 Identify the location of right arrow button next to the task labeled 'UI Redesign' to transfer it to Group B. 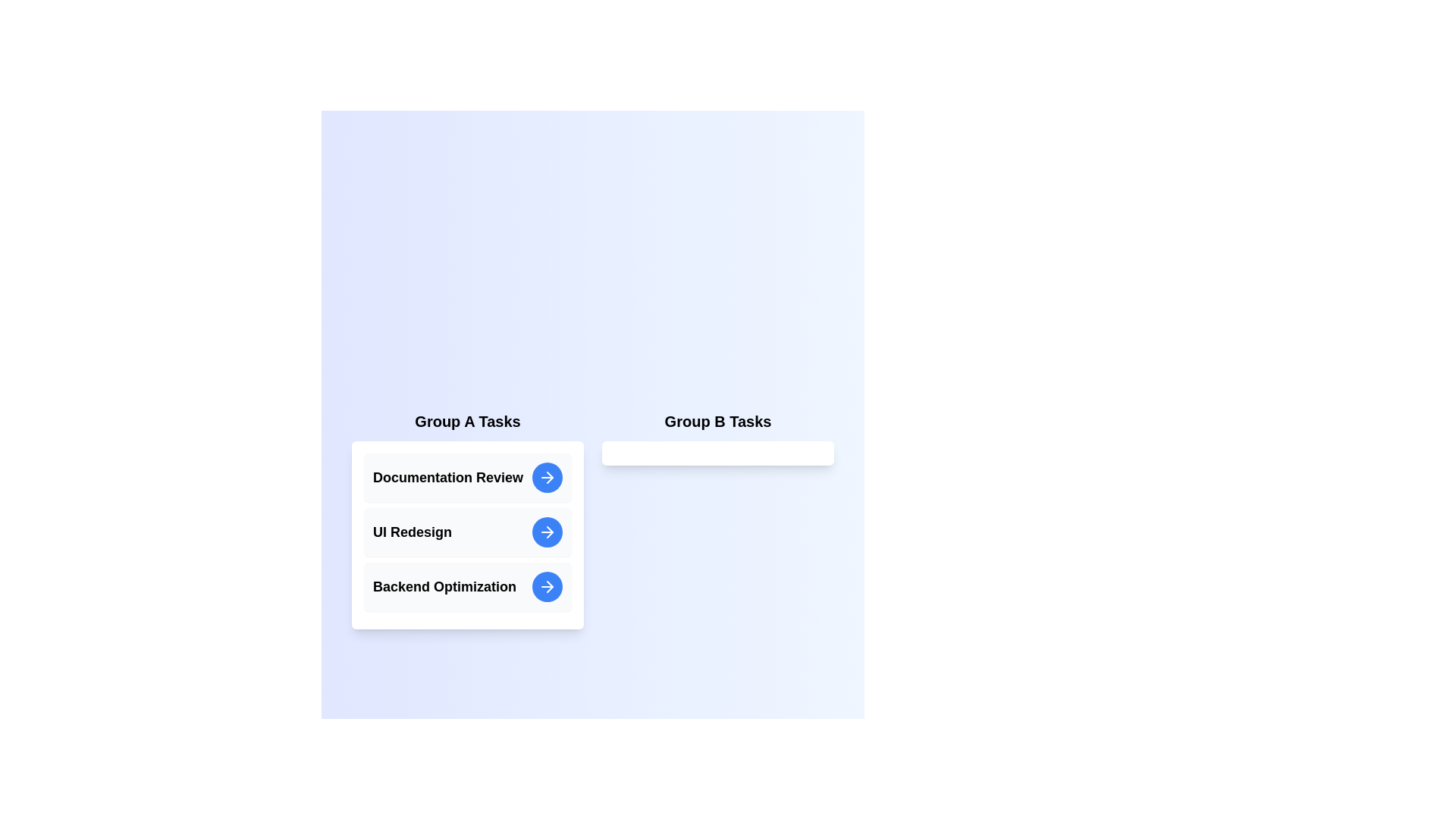
(546, 532).